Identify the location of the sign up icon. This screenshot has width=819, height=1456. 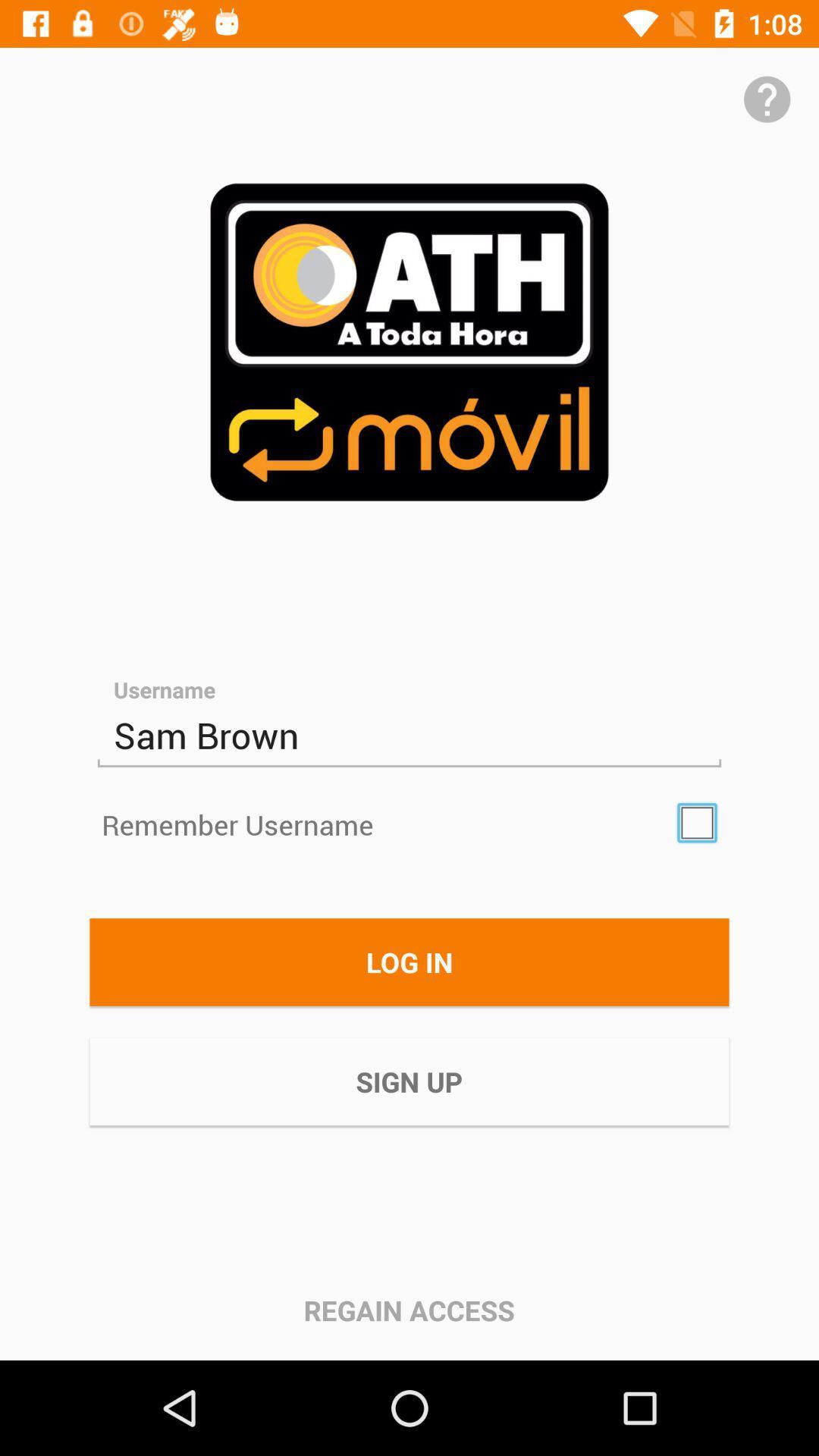
(409, 1081).